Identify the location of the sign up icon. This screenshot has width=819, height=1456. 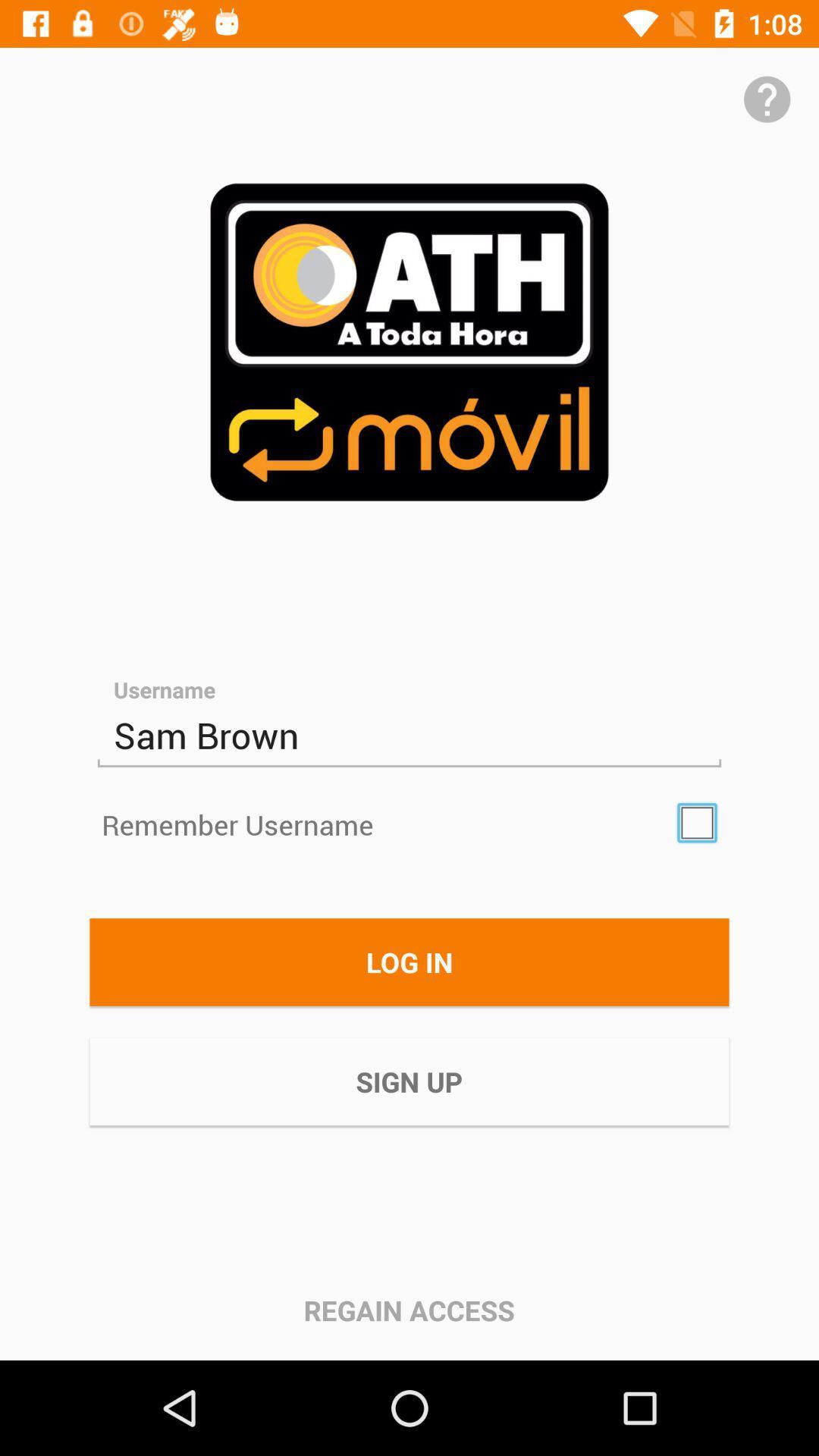
(409, 1081).